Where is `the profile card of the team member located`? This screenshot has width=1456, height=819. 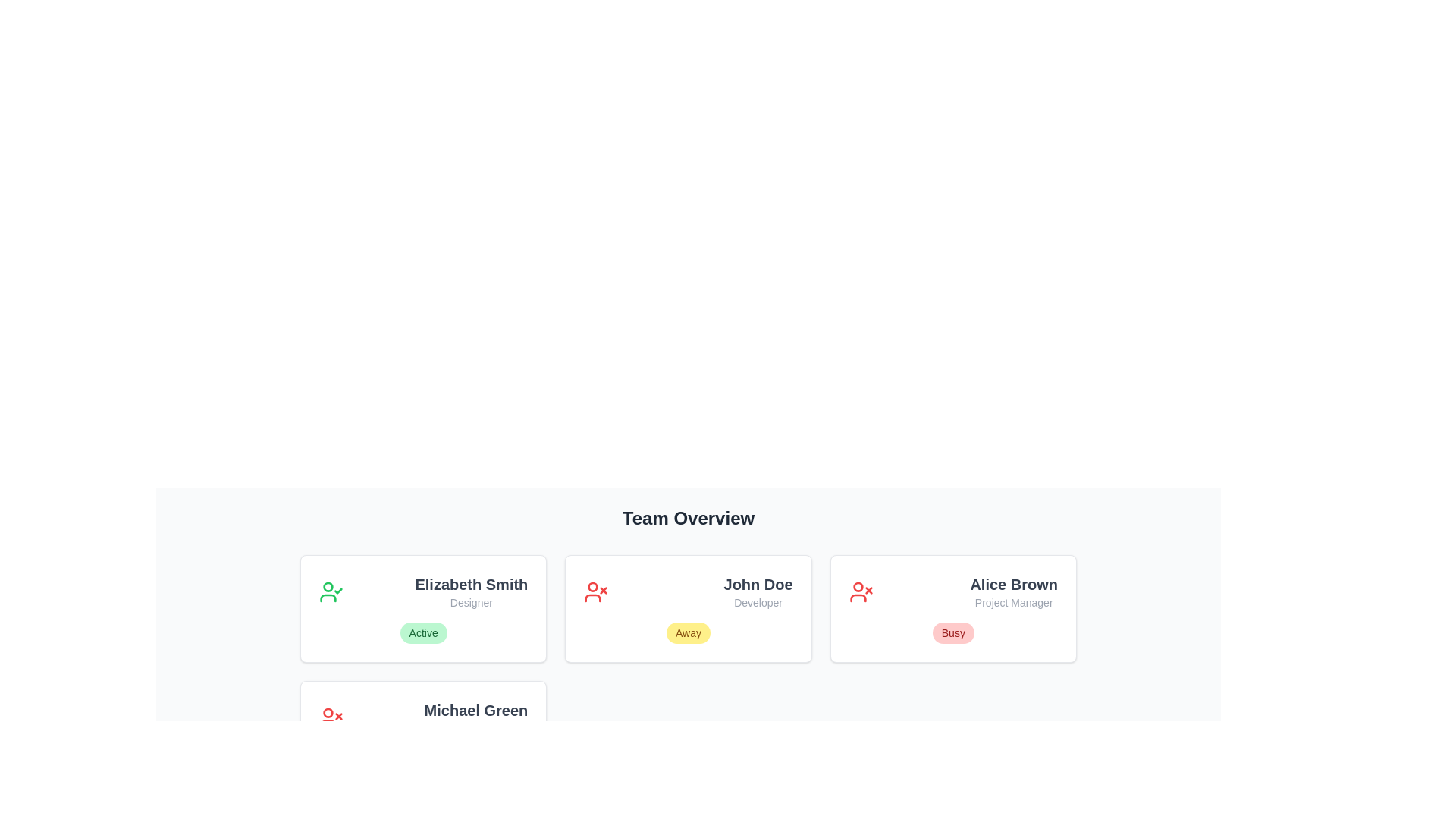
the profile card of the team member located is located at coordinates (952, 607).